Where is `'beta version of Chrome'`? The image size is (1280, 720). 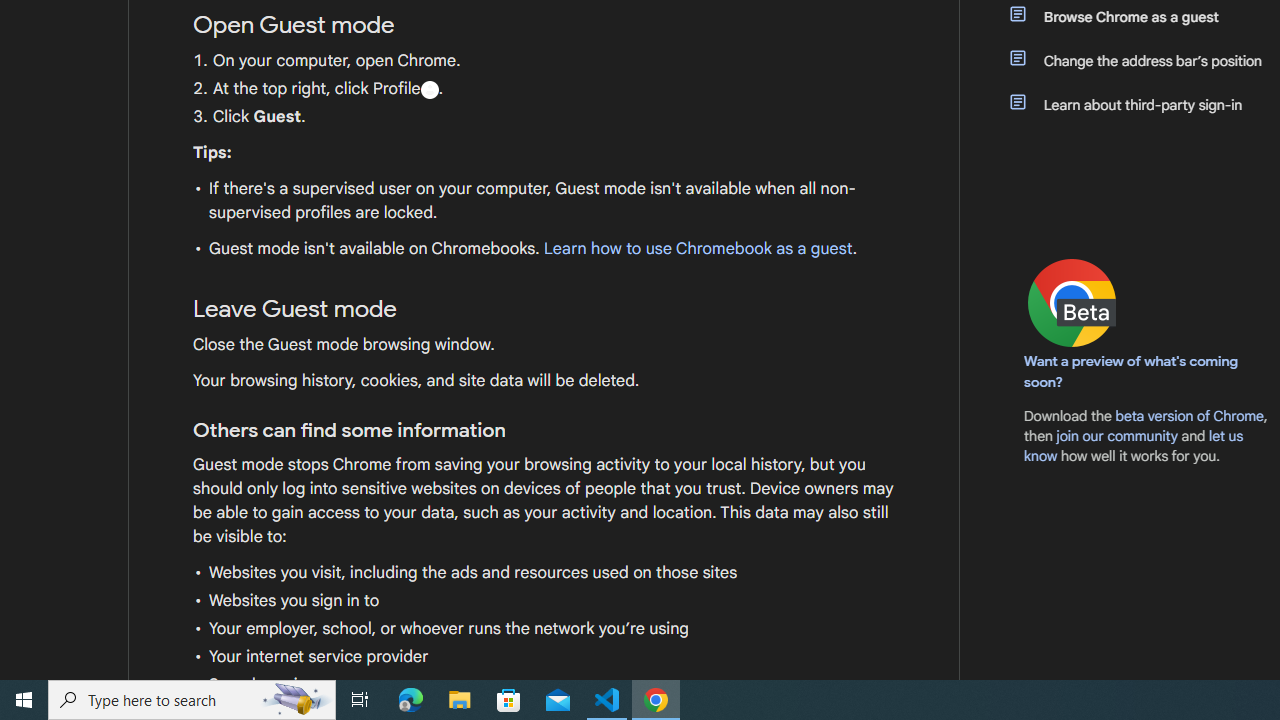
'beta version of Chrome' is located at coordinates (1189, 414).